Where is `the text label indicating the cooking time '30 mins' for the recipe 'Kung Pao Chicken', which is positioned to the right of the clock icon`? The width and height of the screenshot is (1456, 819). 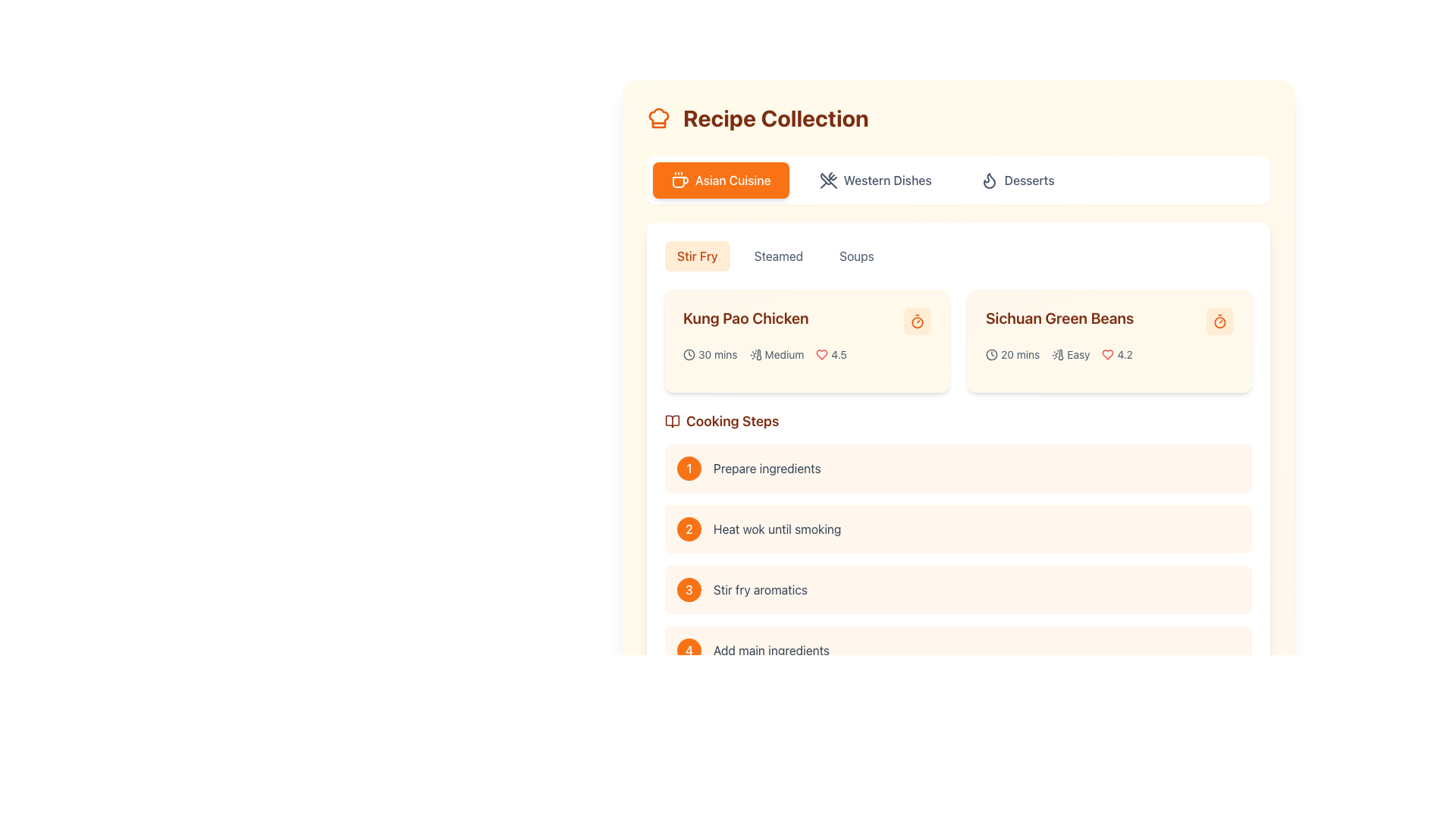 the text label indicating the cooking time '30 mins' for the recipe 'Kung Pao Chicken', which is positioned to the right of the clock icon is located at coordinates (717, 354).